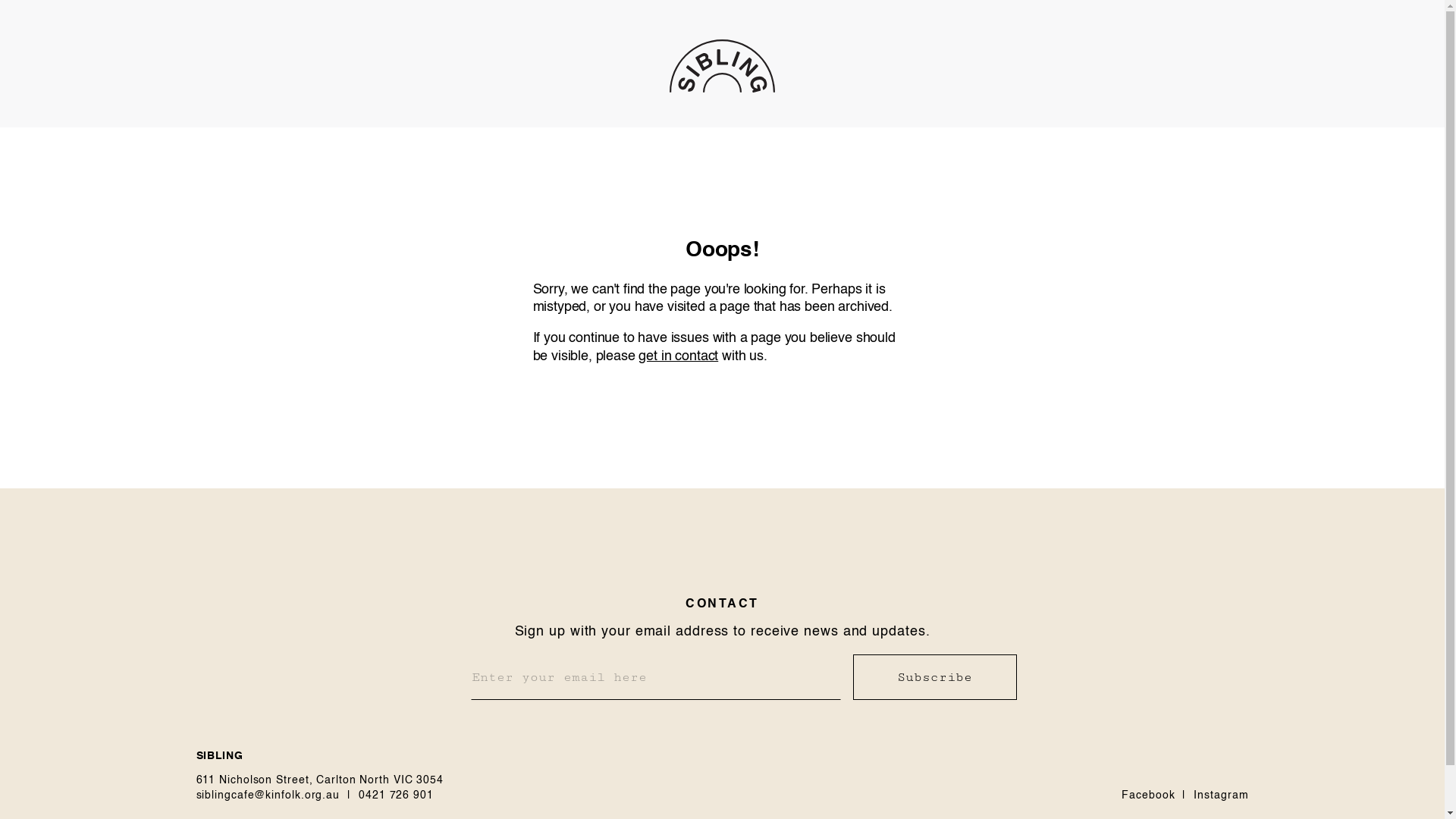  Describe the element at coordinates (934, 676) in the screenshot. I see `'Subscribe'` at that location.